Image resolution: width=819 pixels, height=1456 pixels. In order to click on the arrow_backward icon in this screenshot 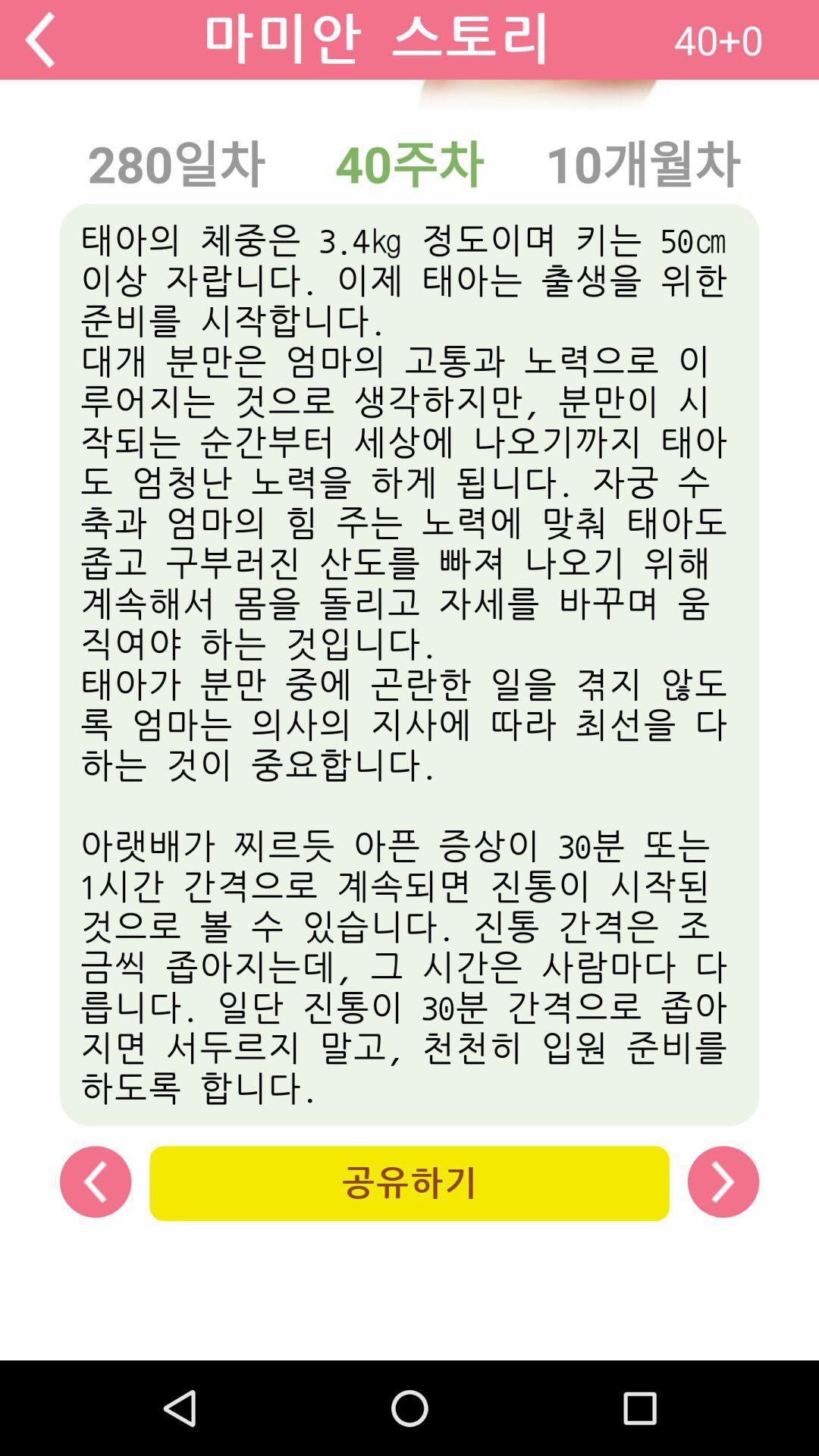, I will do `click(39, 42)`.